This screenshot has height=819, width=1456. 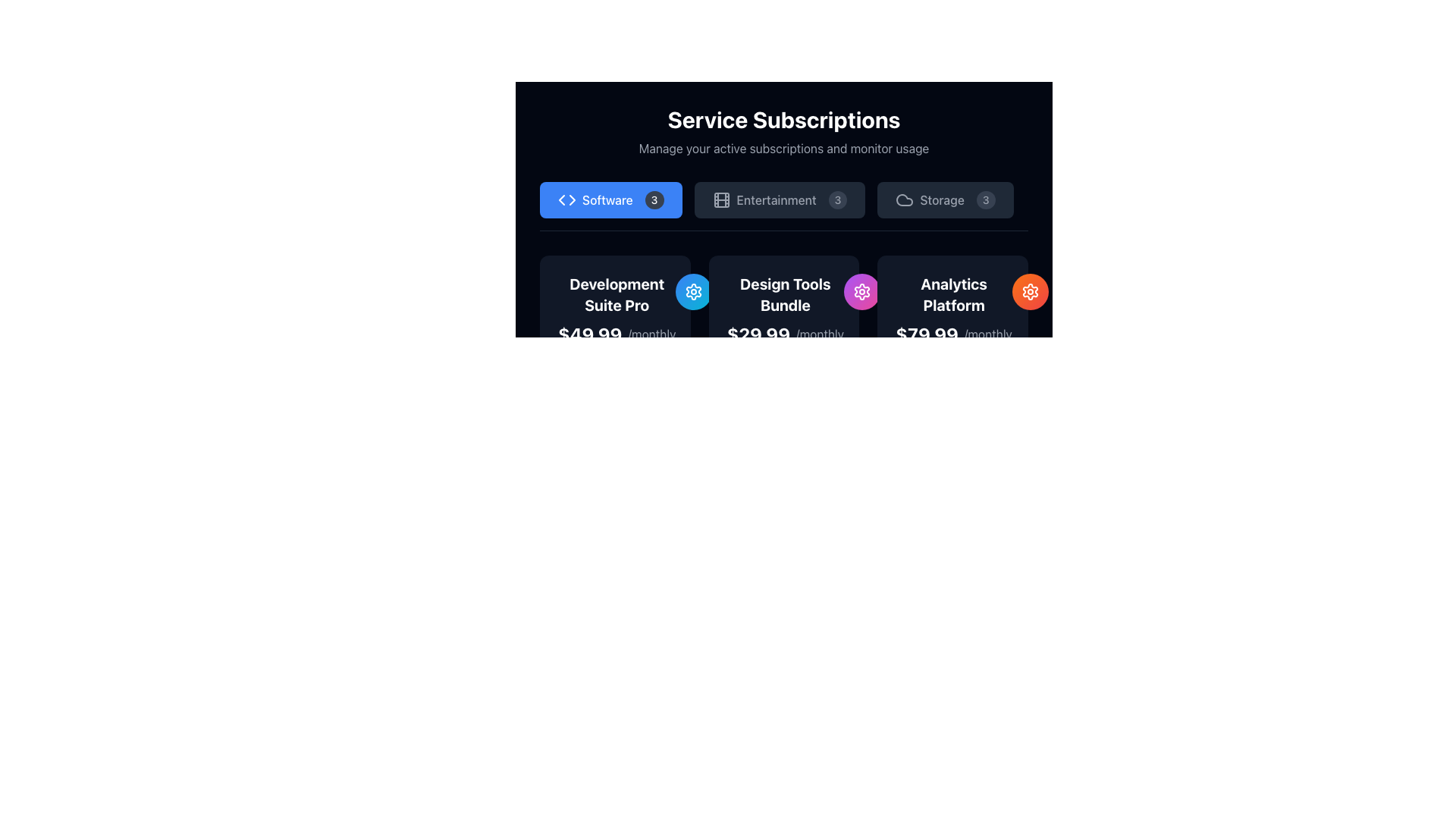 What do you see at coordinates (777, 199) in the screenshot?
I see `the 'Entertainment' label located within the button group, positioned between a film strip icon and a badge with the number '3'` at bounding box center [777, 199].